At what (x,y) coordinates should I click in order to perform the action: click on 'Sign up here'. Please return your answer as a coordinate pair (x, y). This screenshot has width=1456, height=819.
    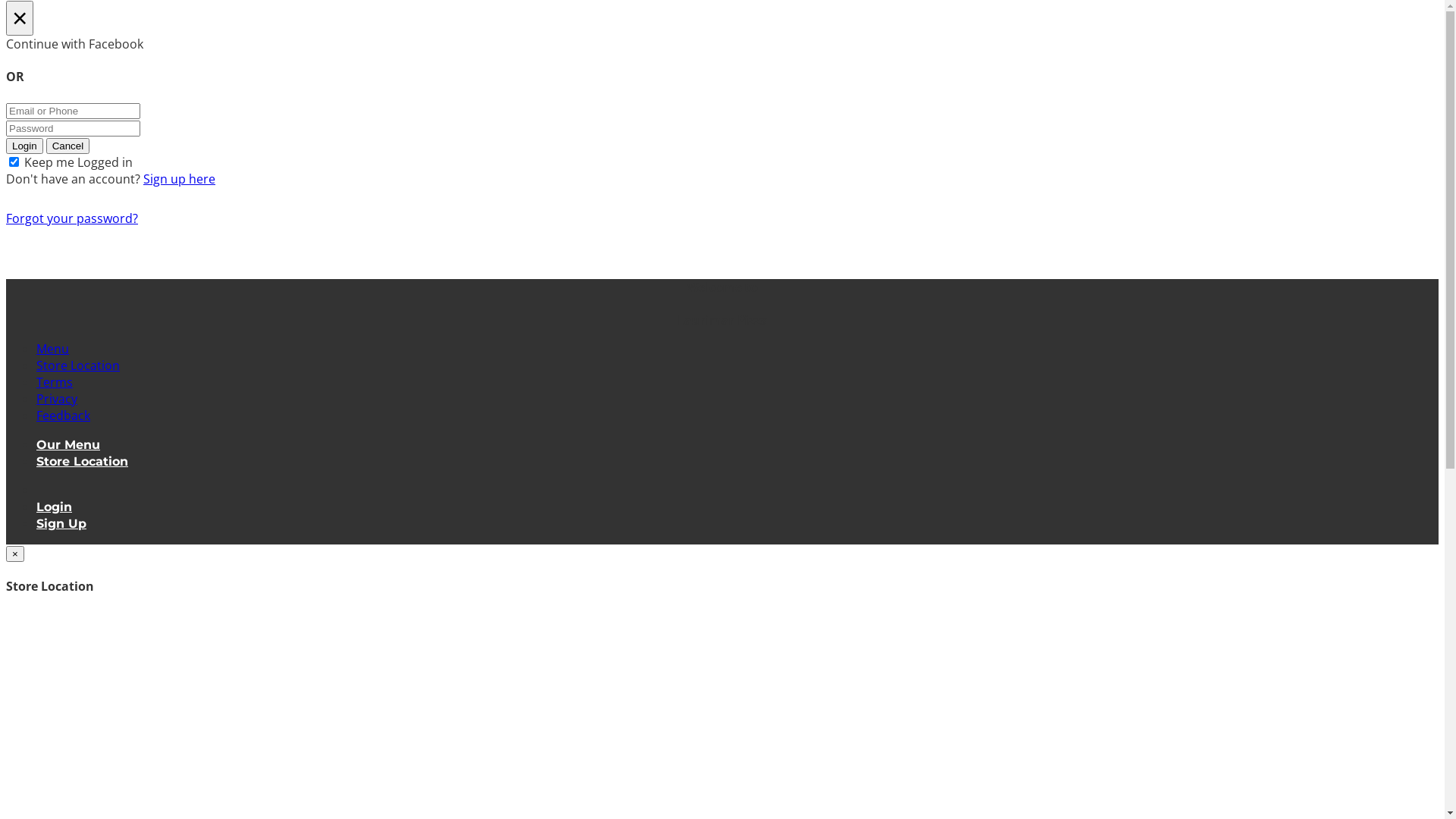
    Looking at the image, I should click on (179, 177).